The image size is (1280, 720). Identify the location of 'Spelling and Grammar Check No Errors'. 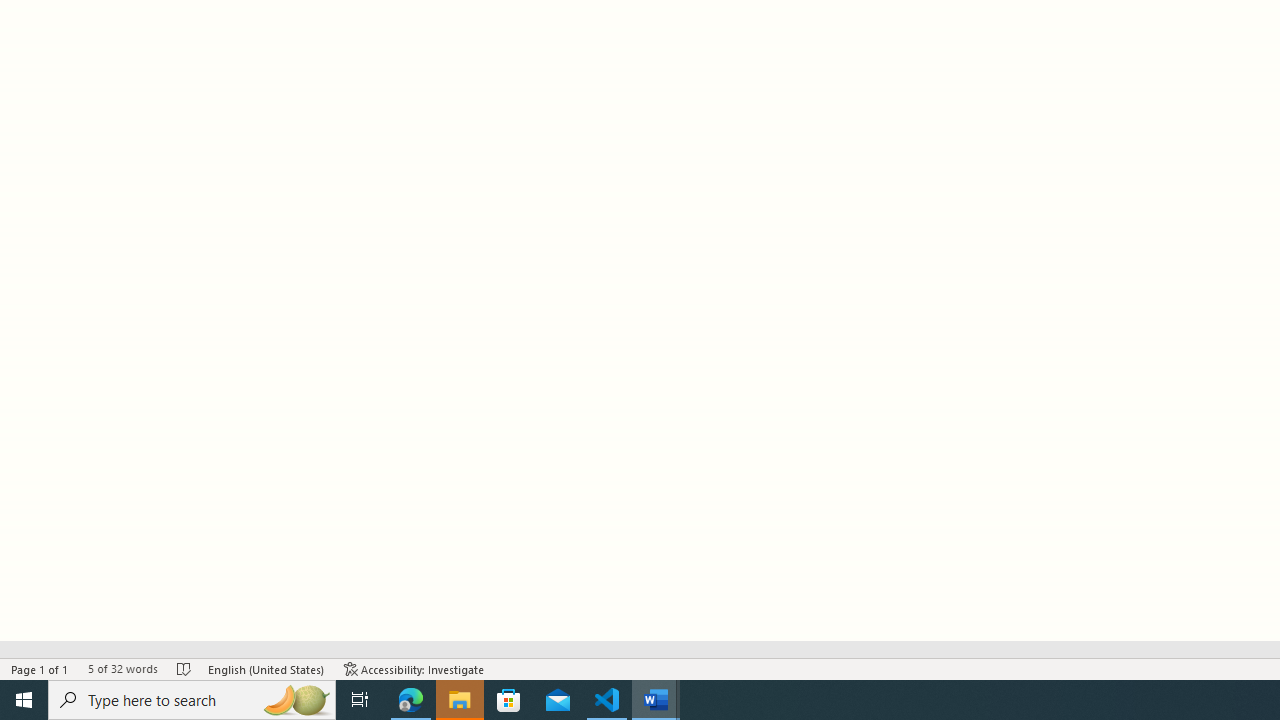
(184, 669).